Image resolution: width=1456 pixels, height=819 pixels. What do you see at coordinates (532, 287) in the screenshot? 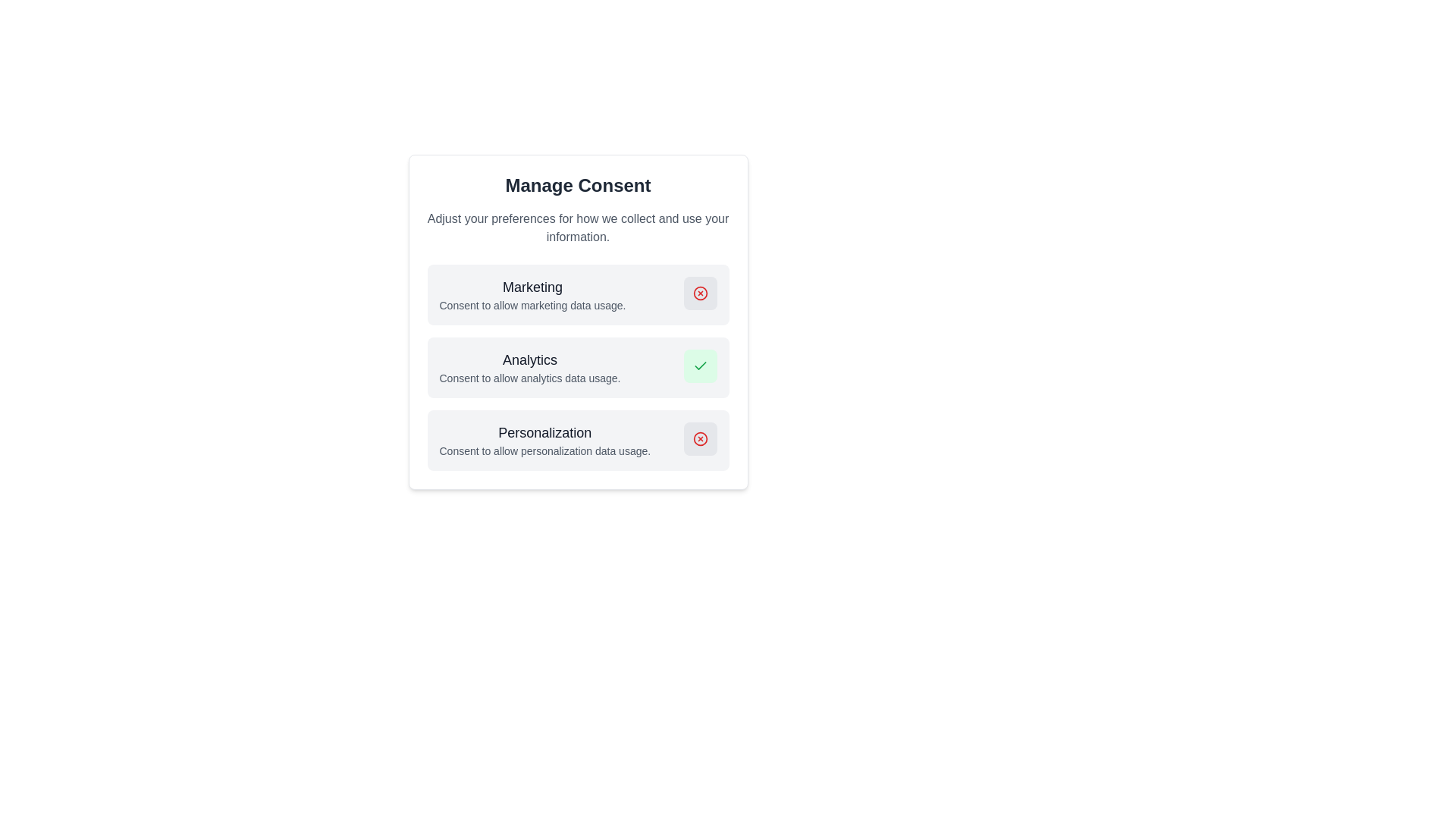
I see `the stylized text label reading 'Marketing' which is centrally positioned below the header 'Manage Consent'` at bounding box center [532, 287].